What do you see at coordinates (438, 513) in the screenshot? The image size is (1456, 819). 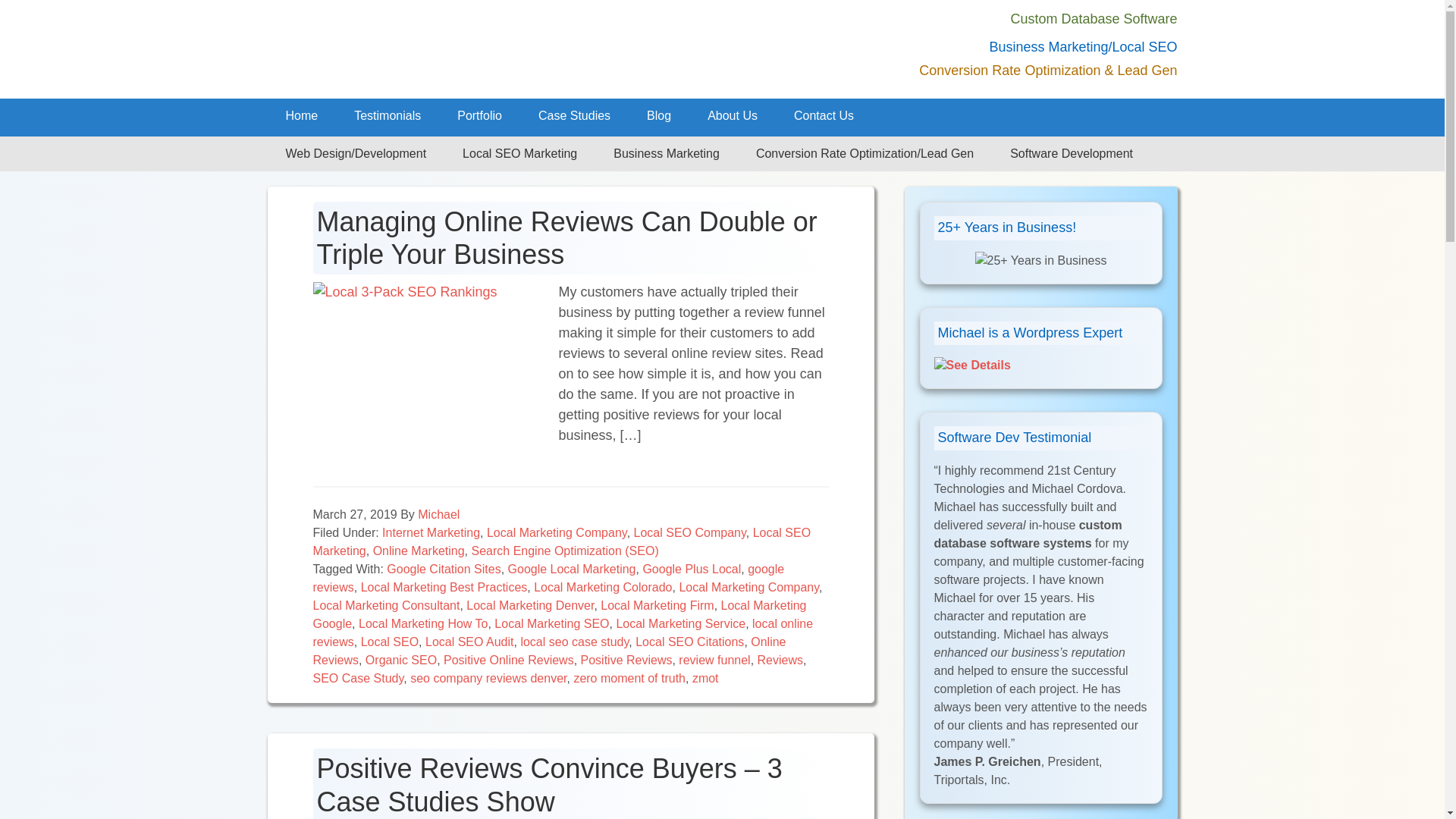 I see `'Michael'` at bounding box center [438, 513].